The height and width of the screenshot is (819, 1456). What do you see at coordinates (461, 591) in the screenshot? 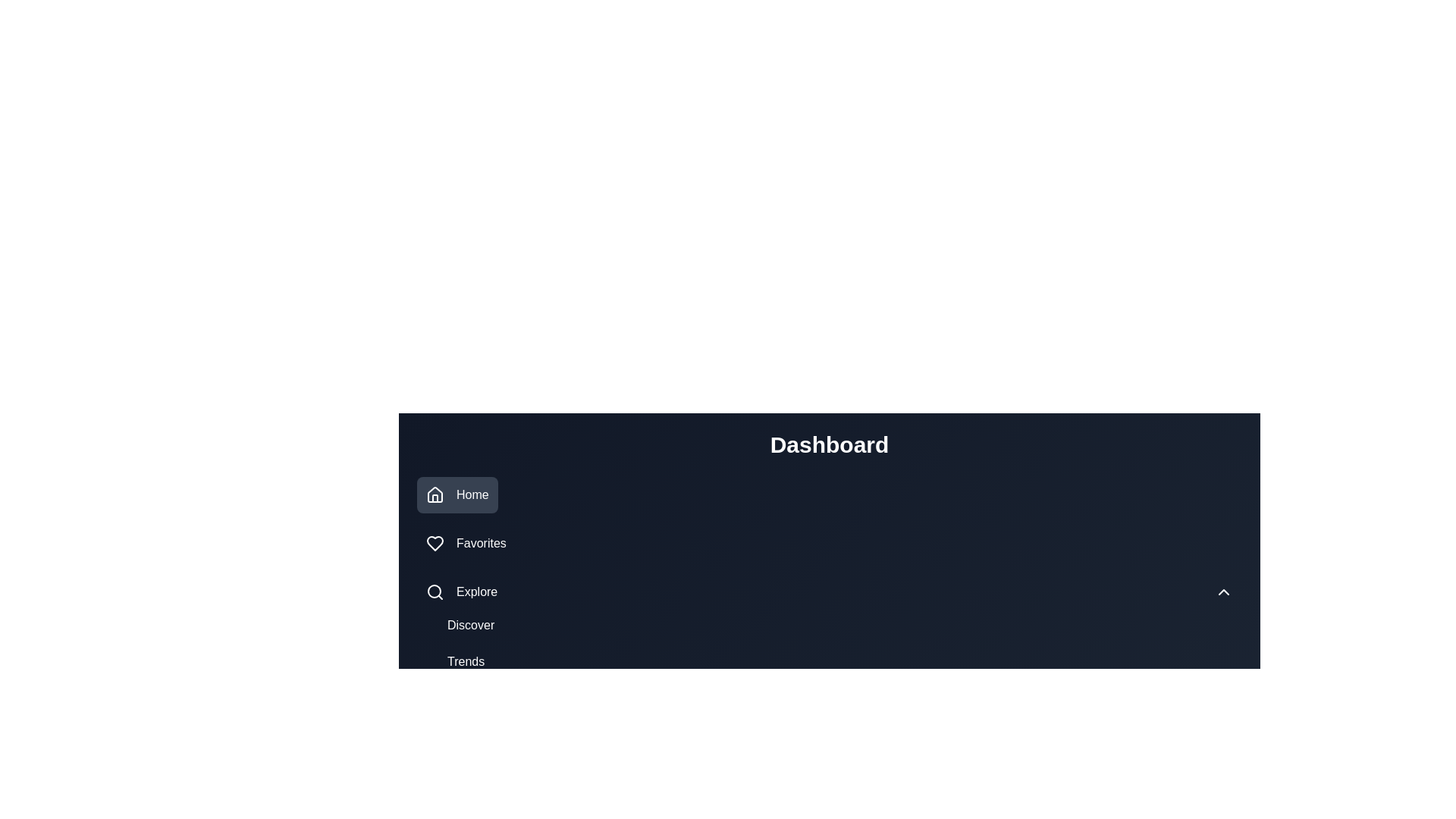
I see `the 'Explore' button, which features a magnifying glass icon followed by the text 'Explore', located in the vertical menu on the left side of the interface, positioned third below 'Favorites'` at bounding box center [461, 591].